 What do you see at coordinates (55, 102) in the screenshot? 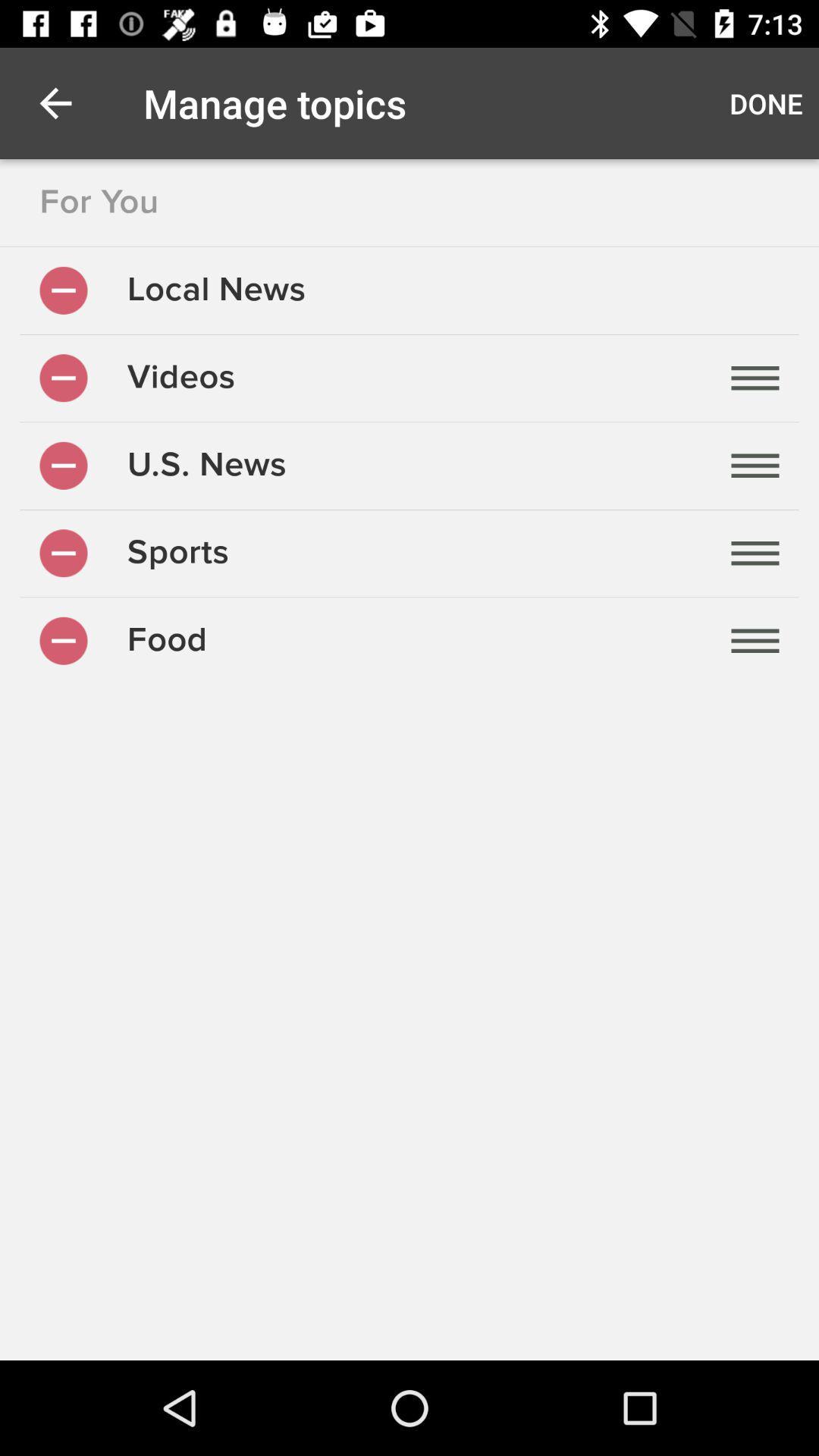
I see `item above for you item` at bounding box center [55, 102].